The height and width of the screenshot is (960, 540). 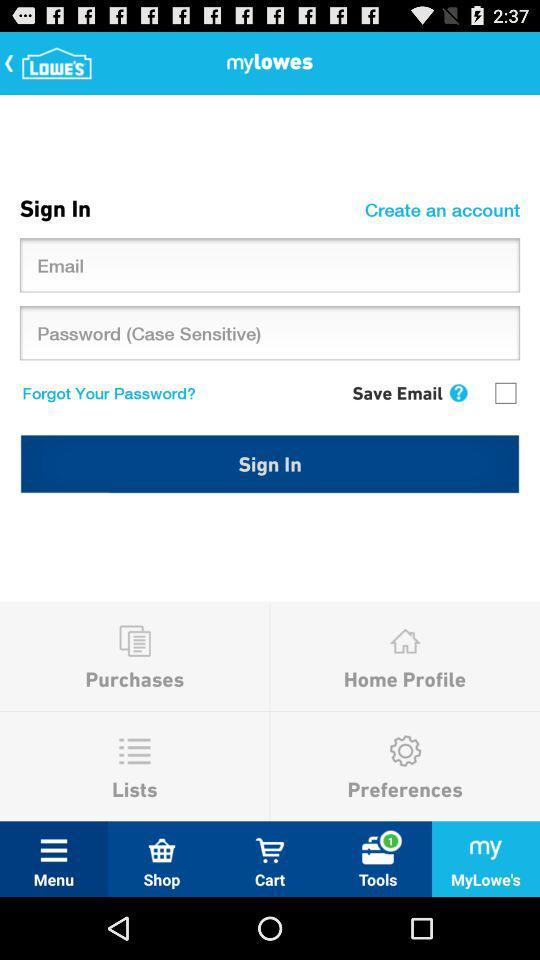 What do you see at coordinates (104, 391) in the screenshot?
I see `the forgot your password? icon` at bounding box center [104, 391].